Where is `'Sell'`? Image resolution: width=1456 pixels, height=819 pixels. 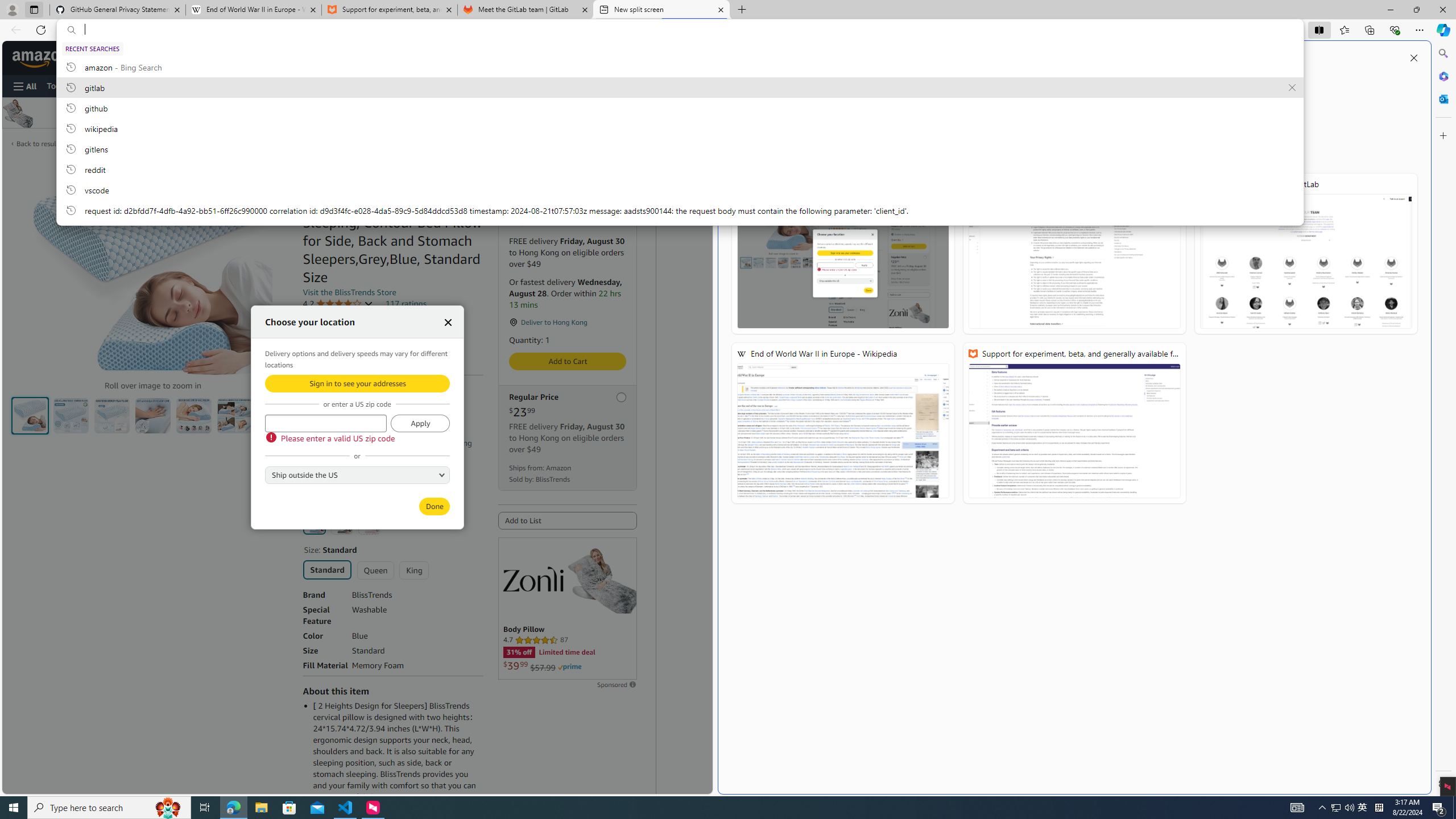
'Sell' is located at coordinates (271, 85).